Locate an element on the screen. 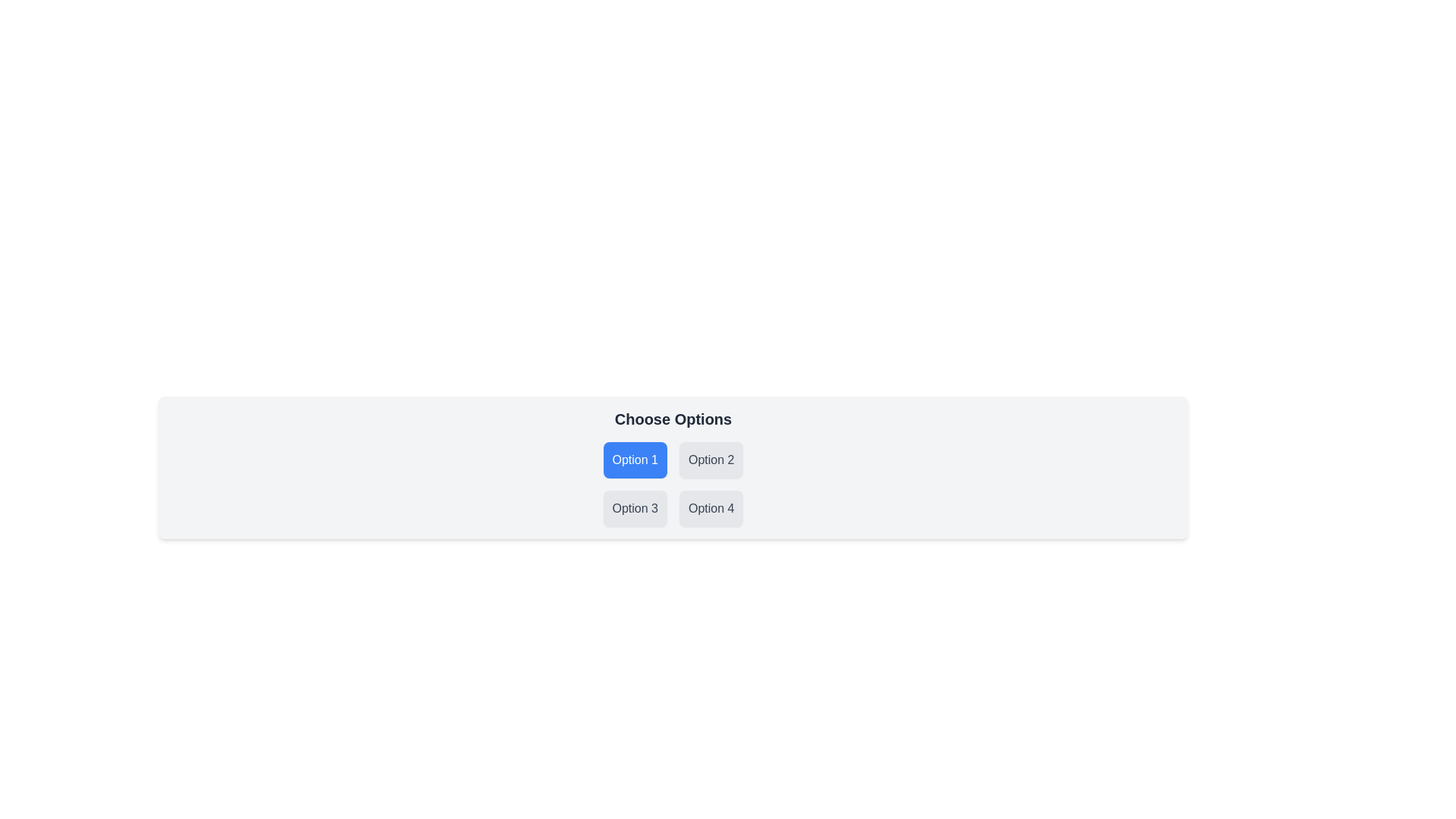 The width and height of the screenshot is (1456, 819). the button is located at coordinates (635, 459).